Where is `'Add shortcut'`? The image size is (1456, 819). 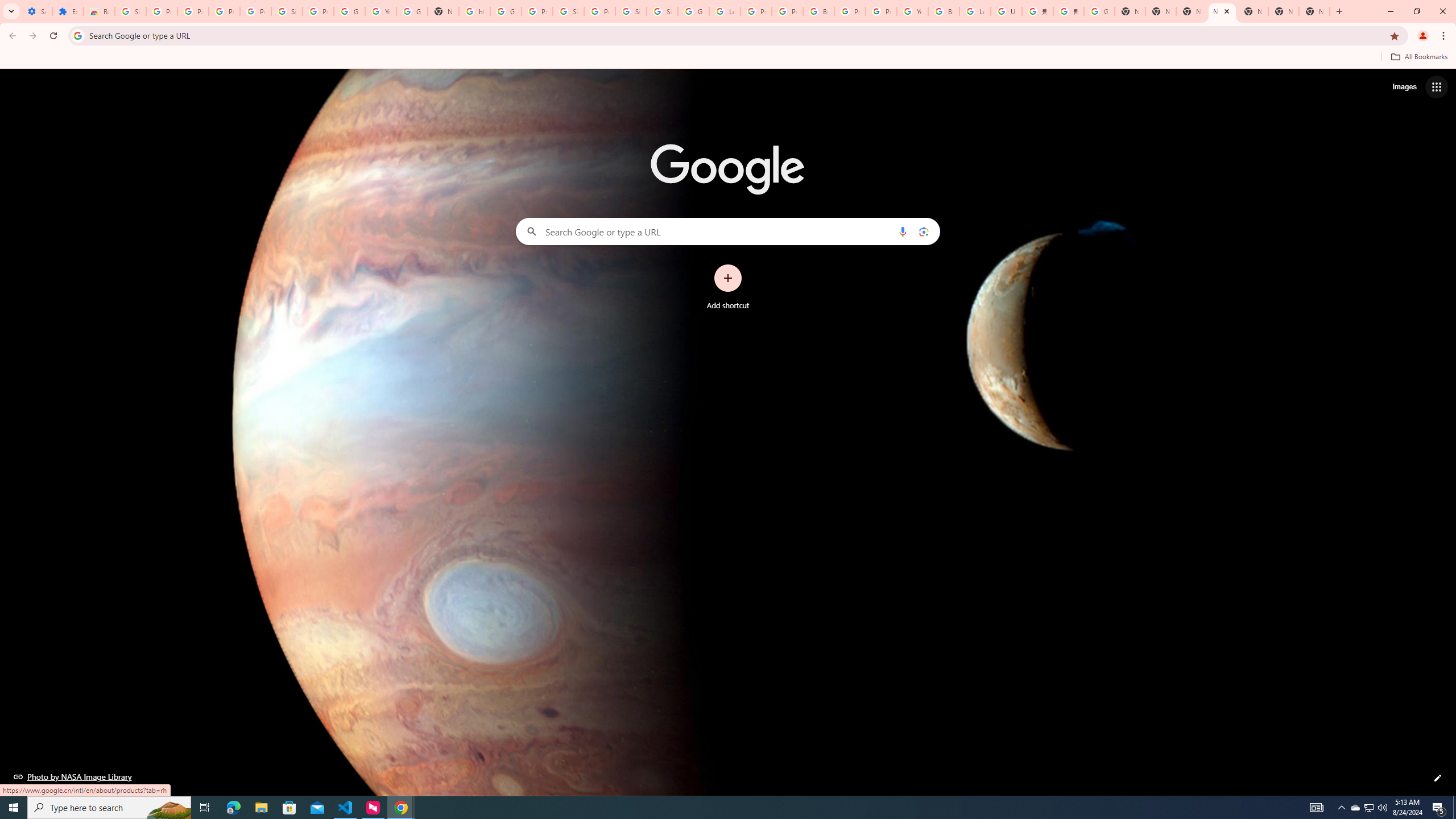 'Add shortcut' is located at coordinates (728, 287).